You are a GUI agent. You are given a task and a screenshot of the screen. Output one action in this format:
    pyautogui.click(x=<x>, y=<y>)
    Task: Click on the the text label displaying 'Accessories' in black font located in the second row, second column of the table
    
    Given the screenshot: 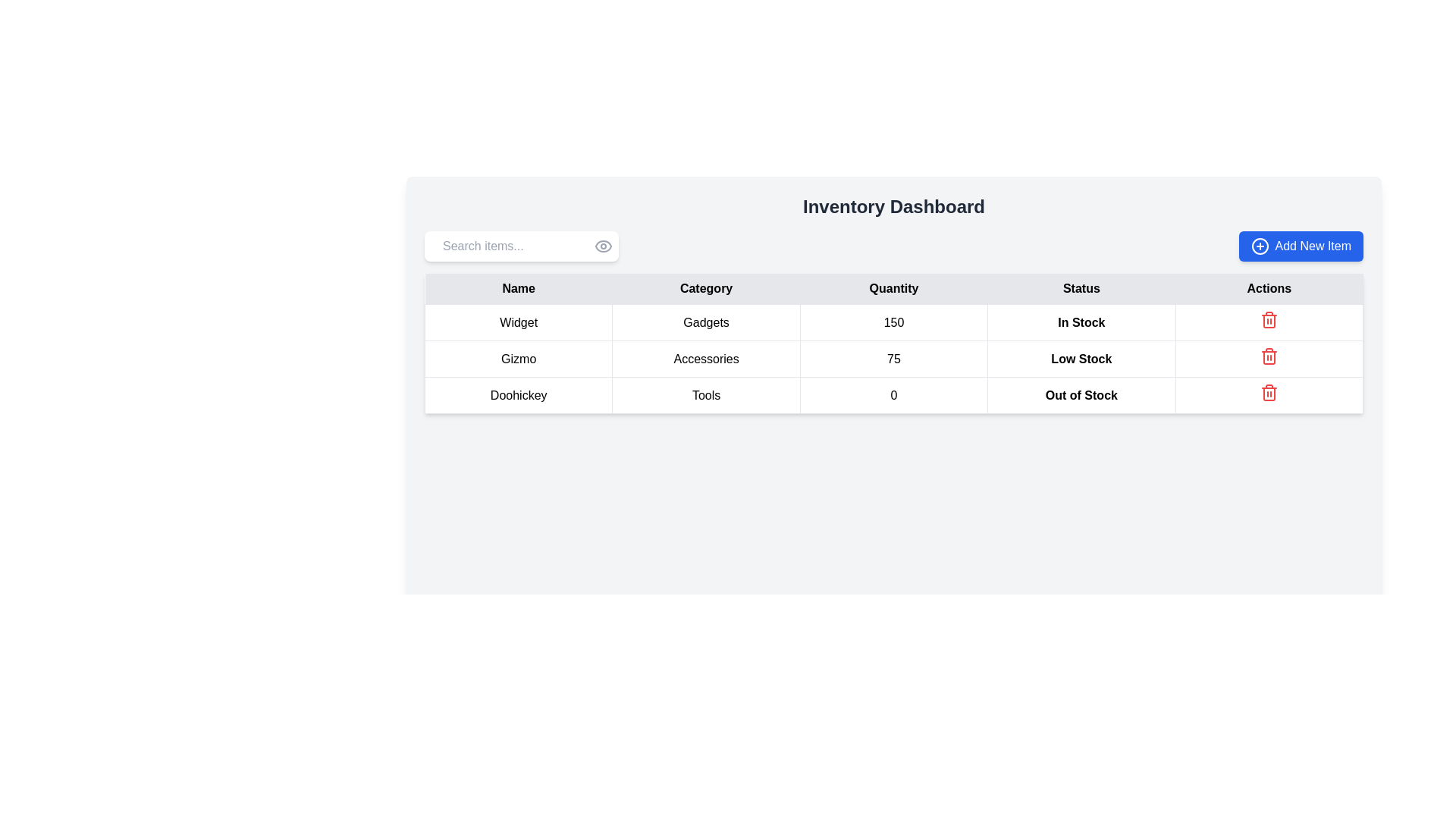 What is the action you would take?
    pyautogui.click(x=705, y=359)
    